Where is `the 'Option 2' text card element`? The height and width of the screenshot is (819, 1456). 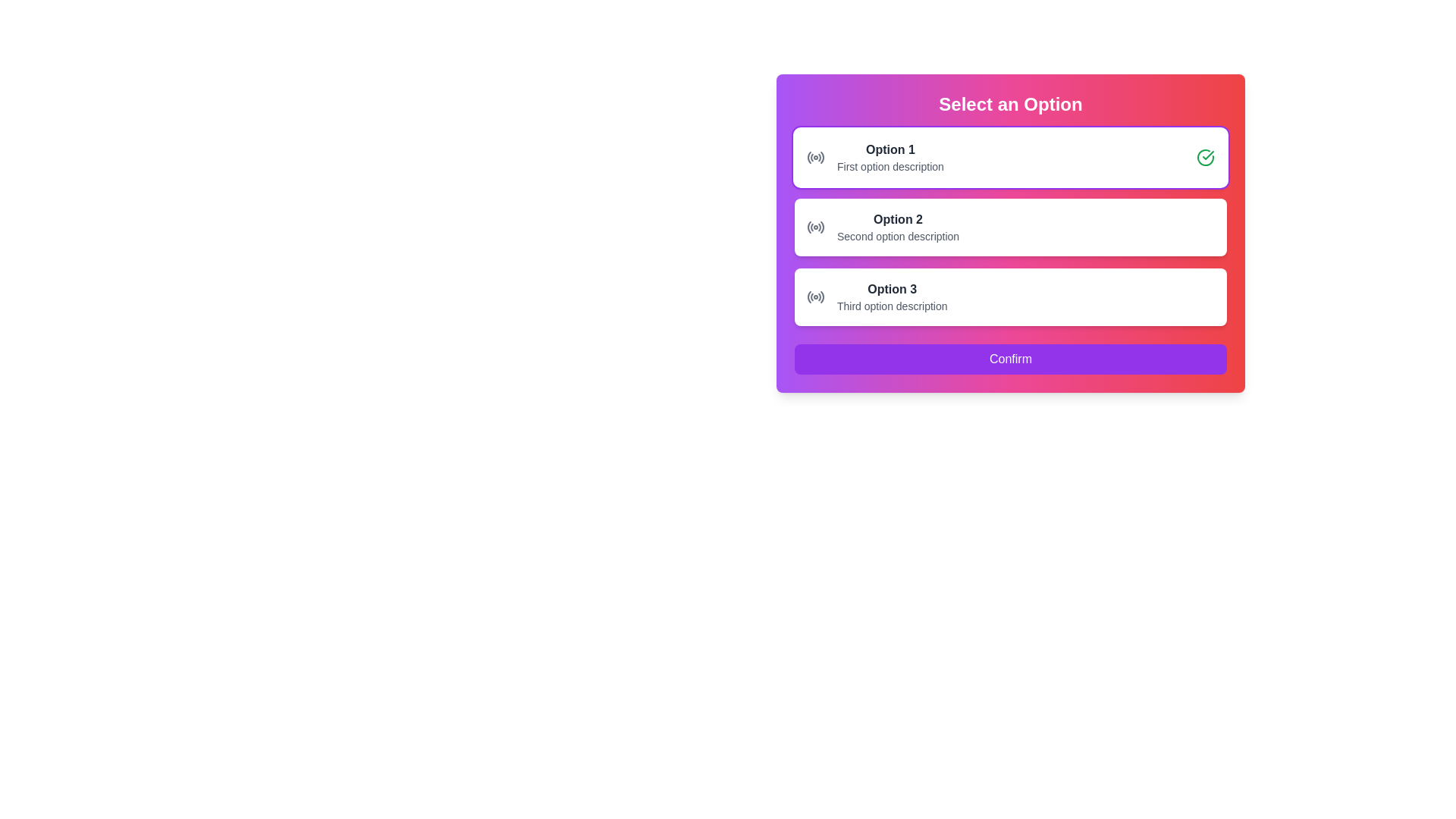
the 'Option 2' text card element is located at coordinates (898, 227).